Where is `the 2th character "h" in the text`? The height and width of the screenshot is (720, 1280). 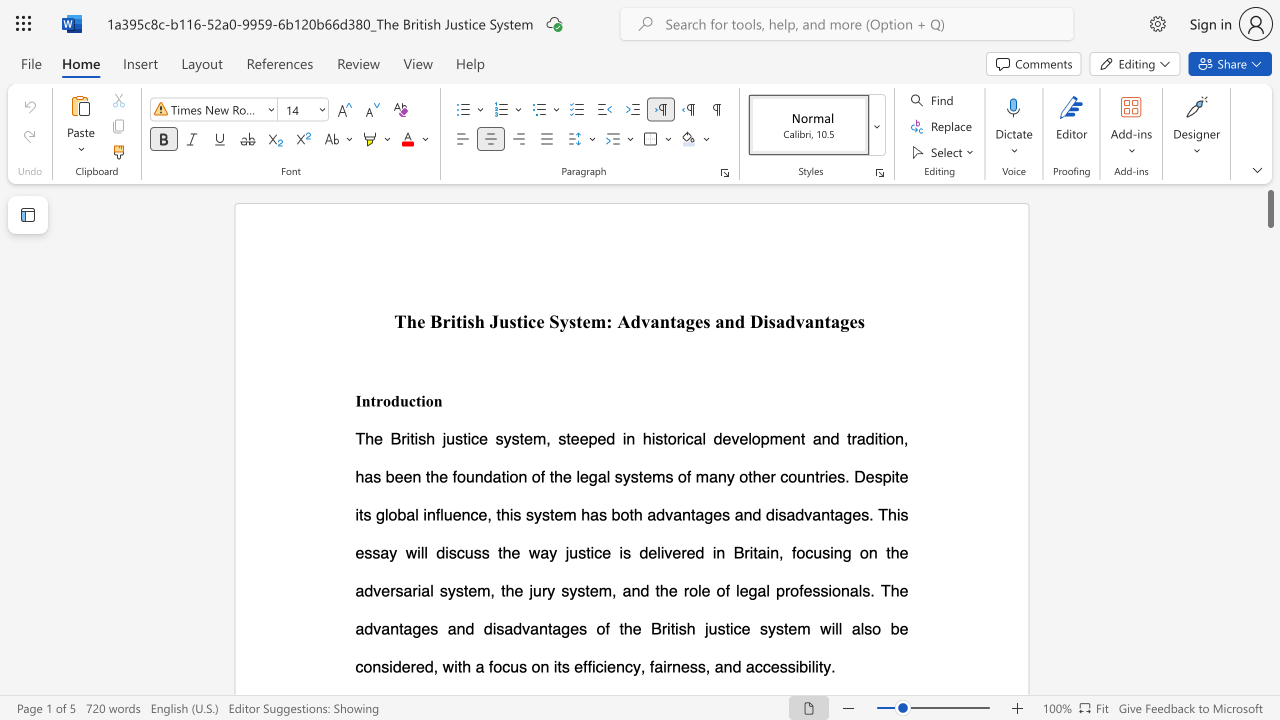
the 2th character "h" in the text is located at coordinates (478, 320).